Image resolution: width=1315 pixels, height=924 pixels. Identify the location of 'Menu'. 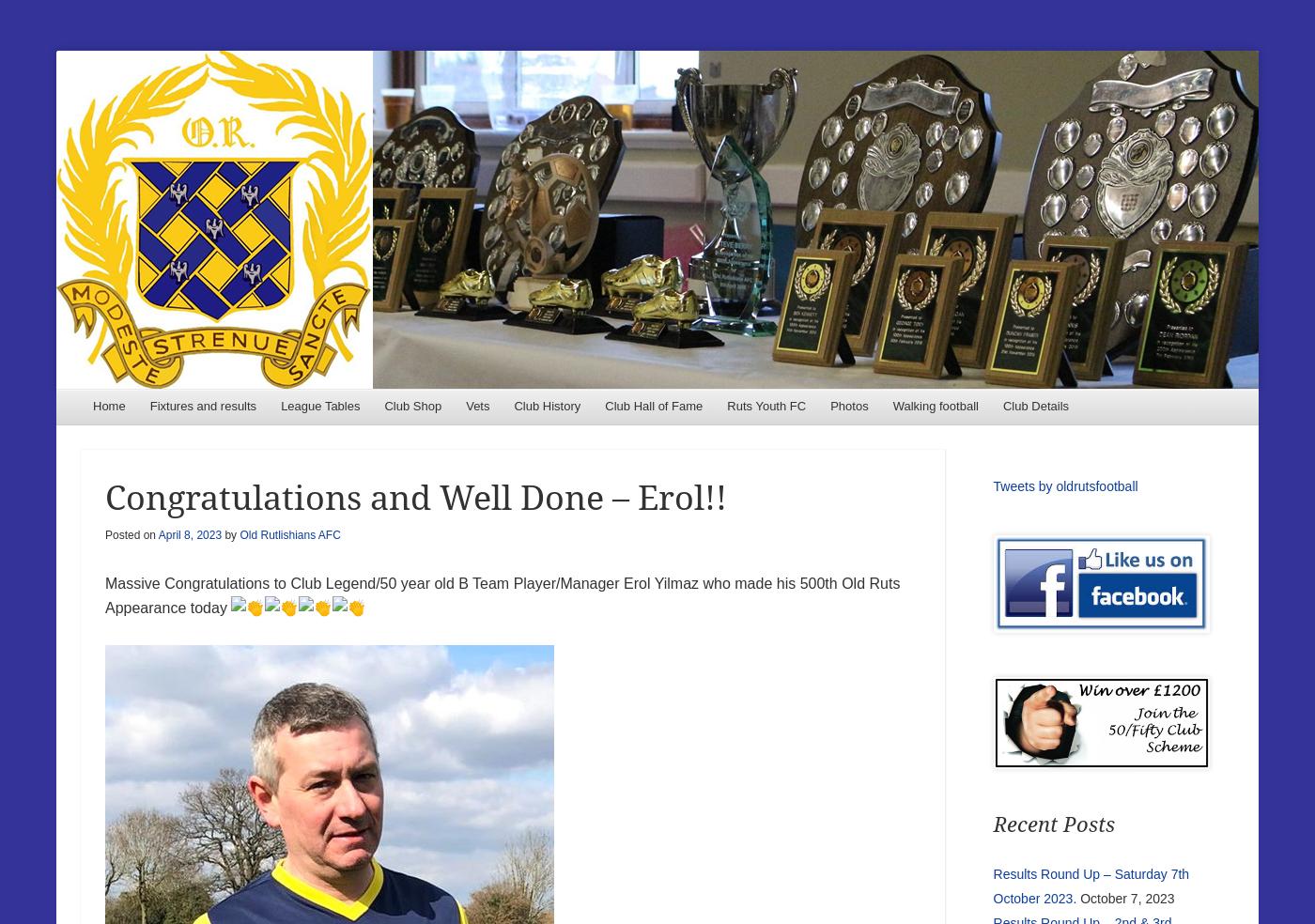
(118, 412).